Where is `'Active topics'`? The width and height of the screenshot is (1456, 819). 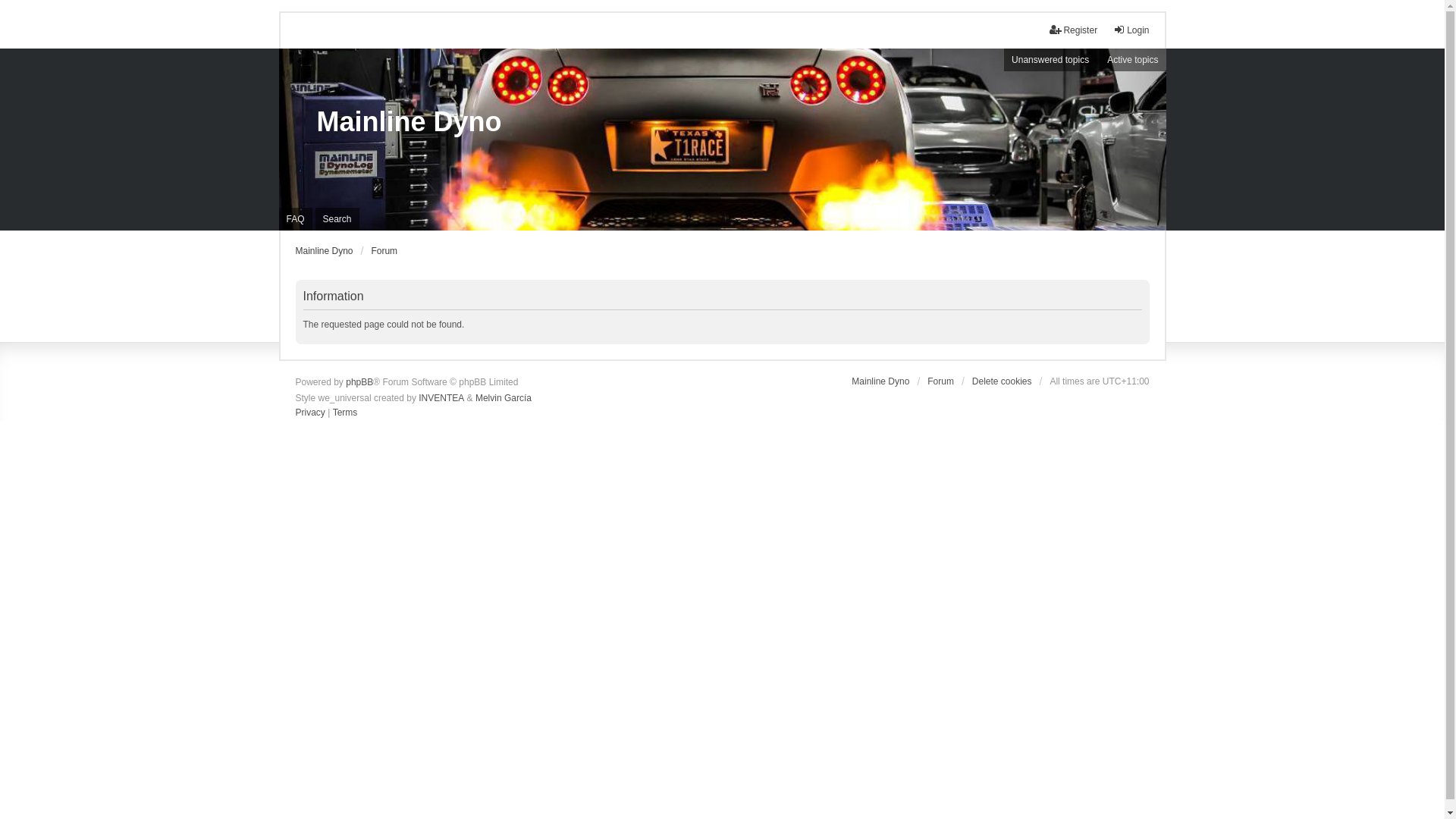 'Active topics' is located at coordinates (1132, 58).